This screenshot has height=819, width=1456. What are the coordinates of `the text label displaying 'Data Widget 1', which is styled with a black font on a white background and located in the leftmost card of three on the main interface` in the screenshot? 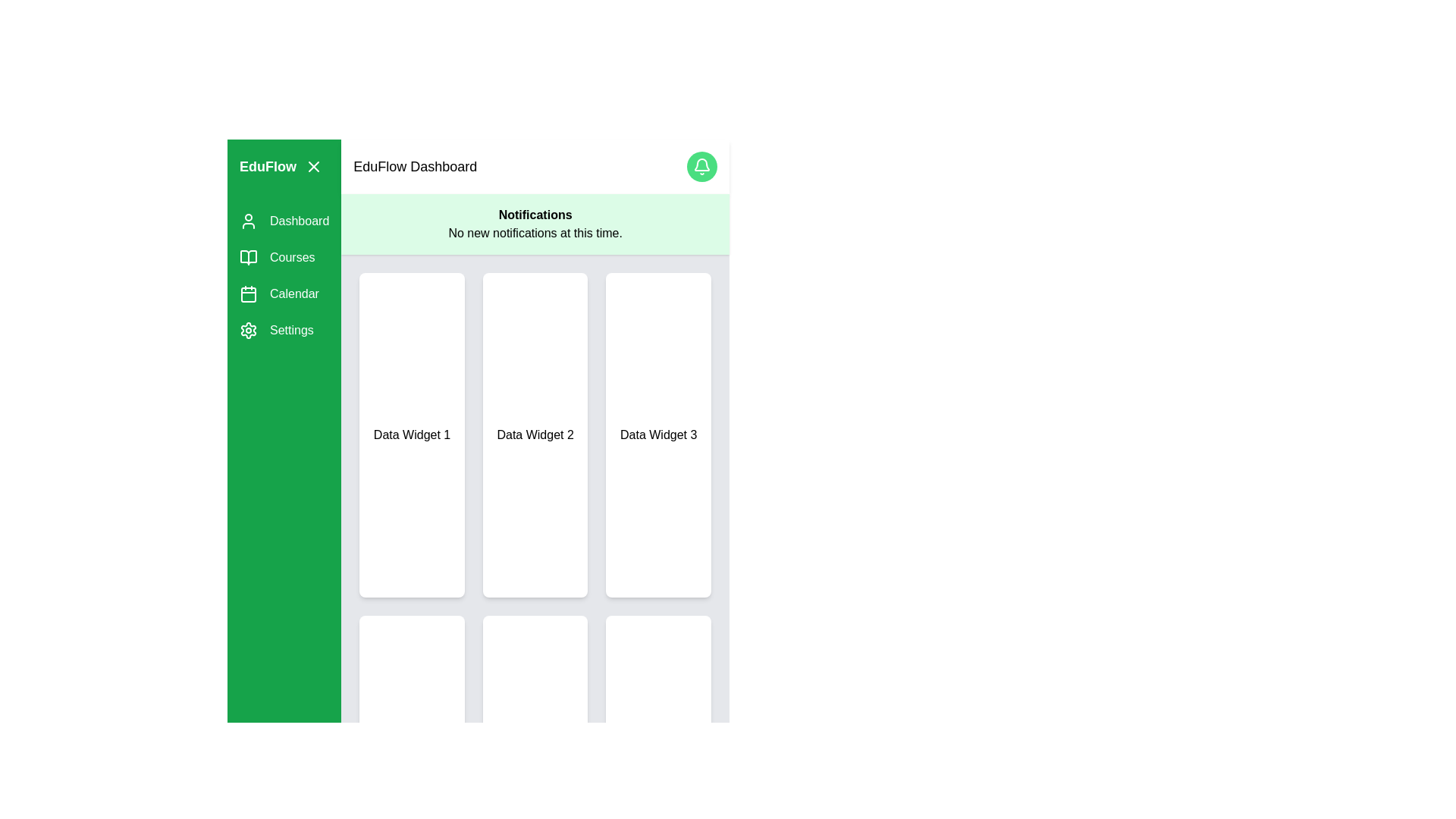 It's located at (412, 435).